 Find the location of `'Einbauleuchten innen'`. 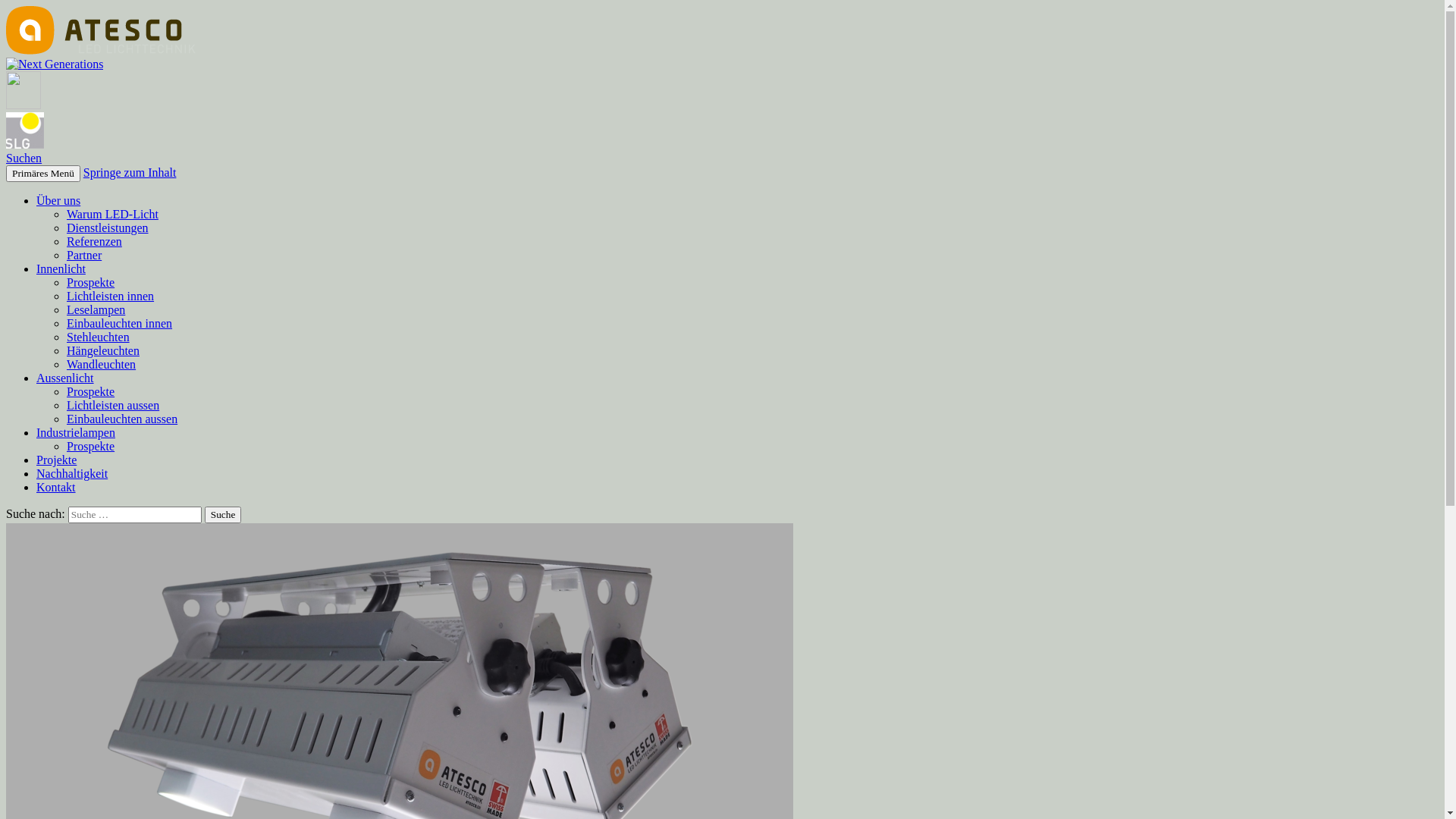

'Einbauleuchten innen' is located at coordinates (118, 322).